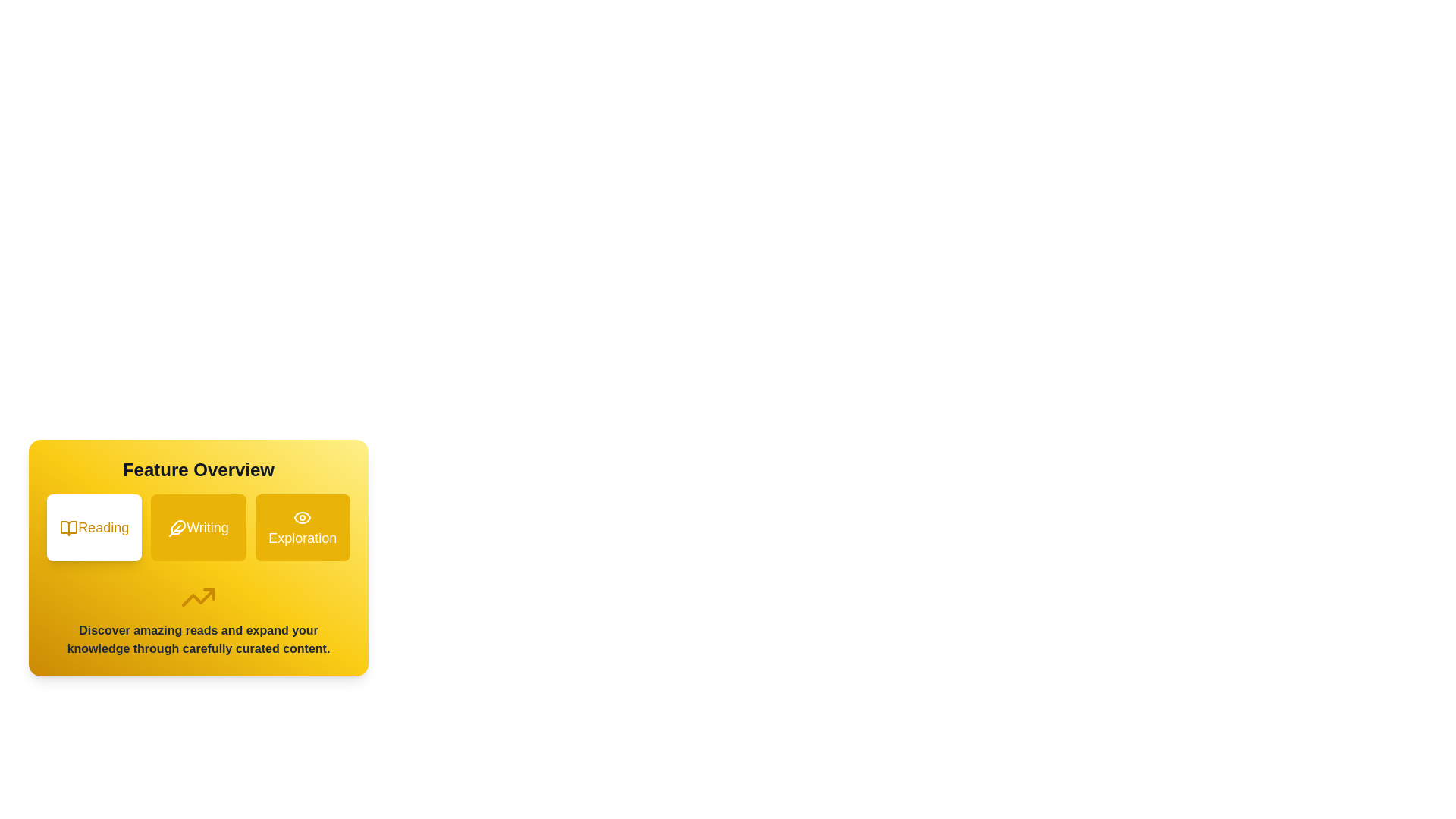 The height and width of the screenshot is (819, 1456). I want to click on the rectangular button with rounded corners, white background, yellow open book icon, and 'Reading' label, so click(93, 526).